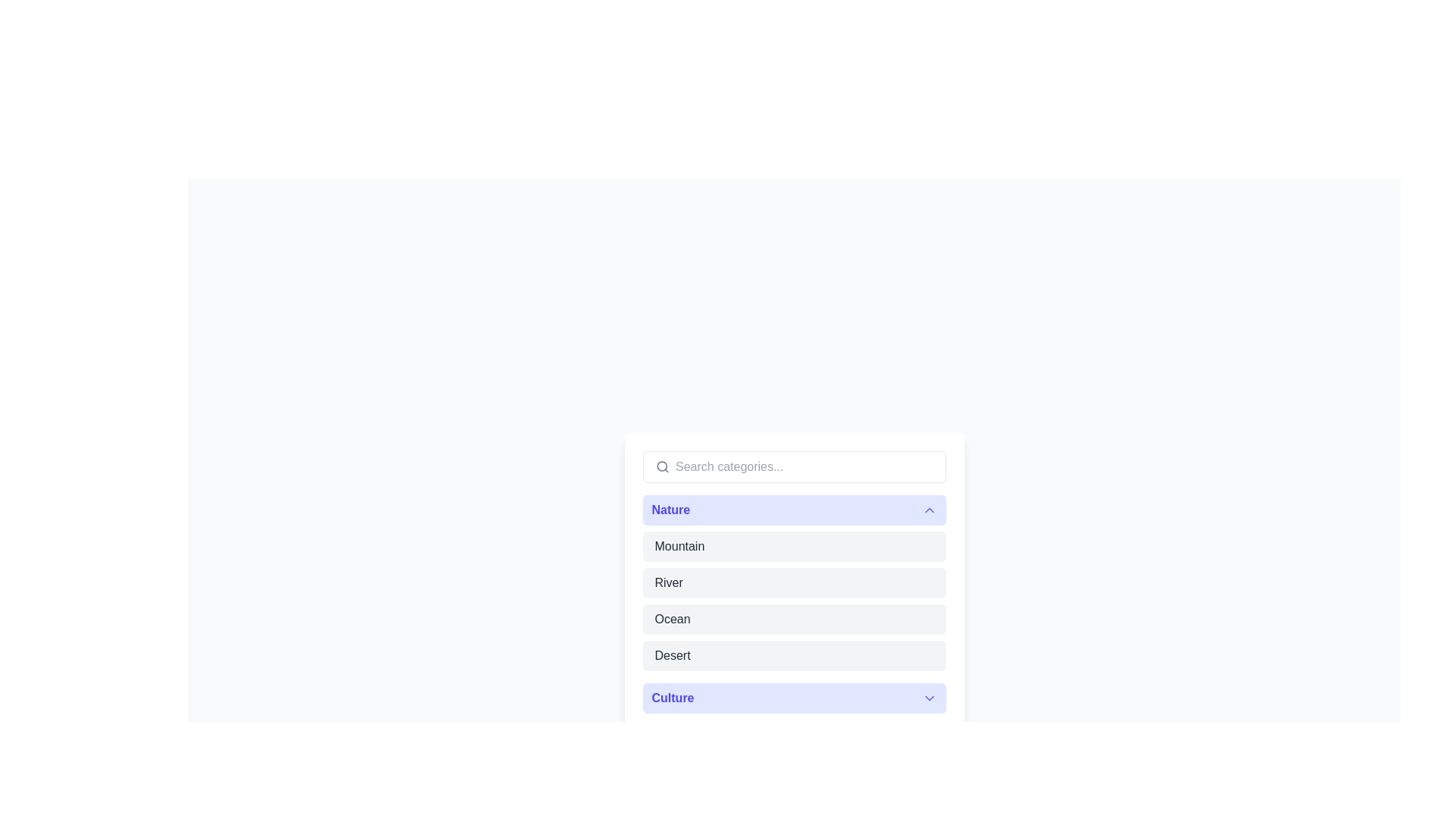 The image size is (1456, 819). I want to click on the text label that displays 'Desert', so click(672, 654).